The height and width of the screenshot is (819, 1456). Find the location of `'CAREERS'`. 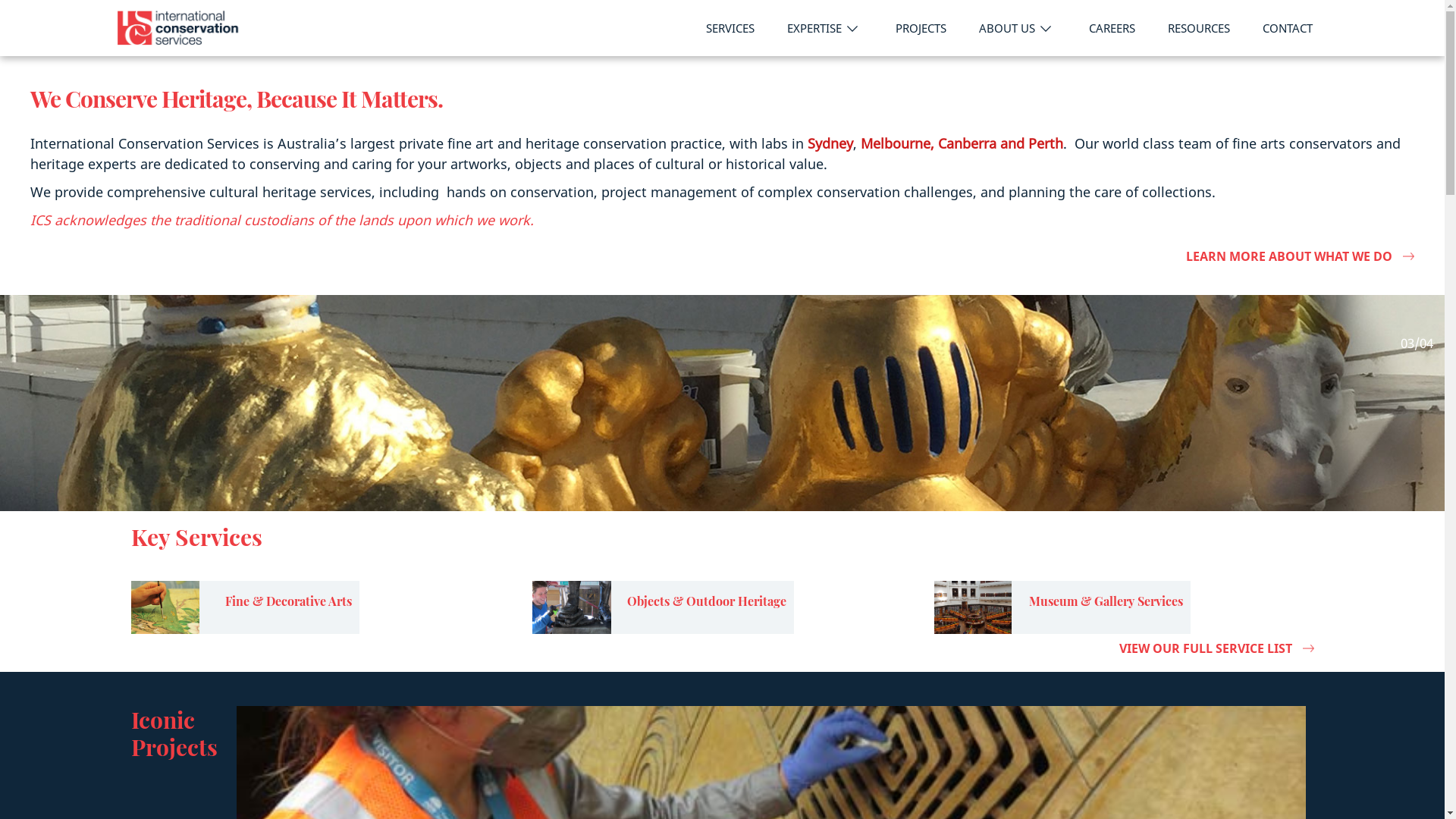

'CAREERS' is located at coordinates (1111, 28).